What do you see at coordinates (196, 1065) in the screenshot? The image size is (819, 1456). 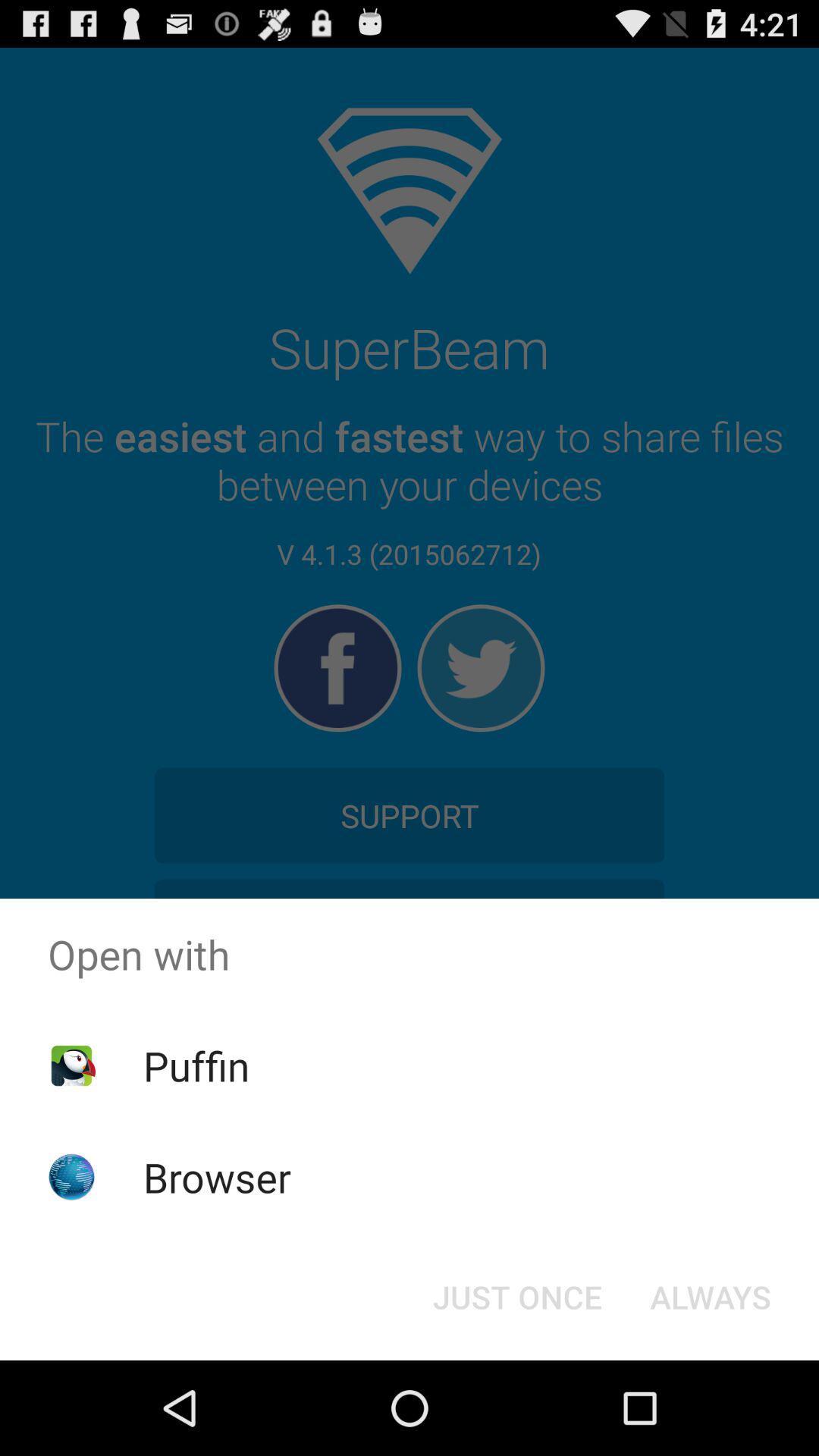 I see `the app below open with` at bounding box center [196, 1065].